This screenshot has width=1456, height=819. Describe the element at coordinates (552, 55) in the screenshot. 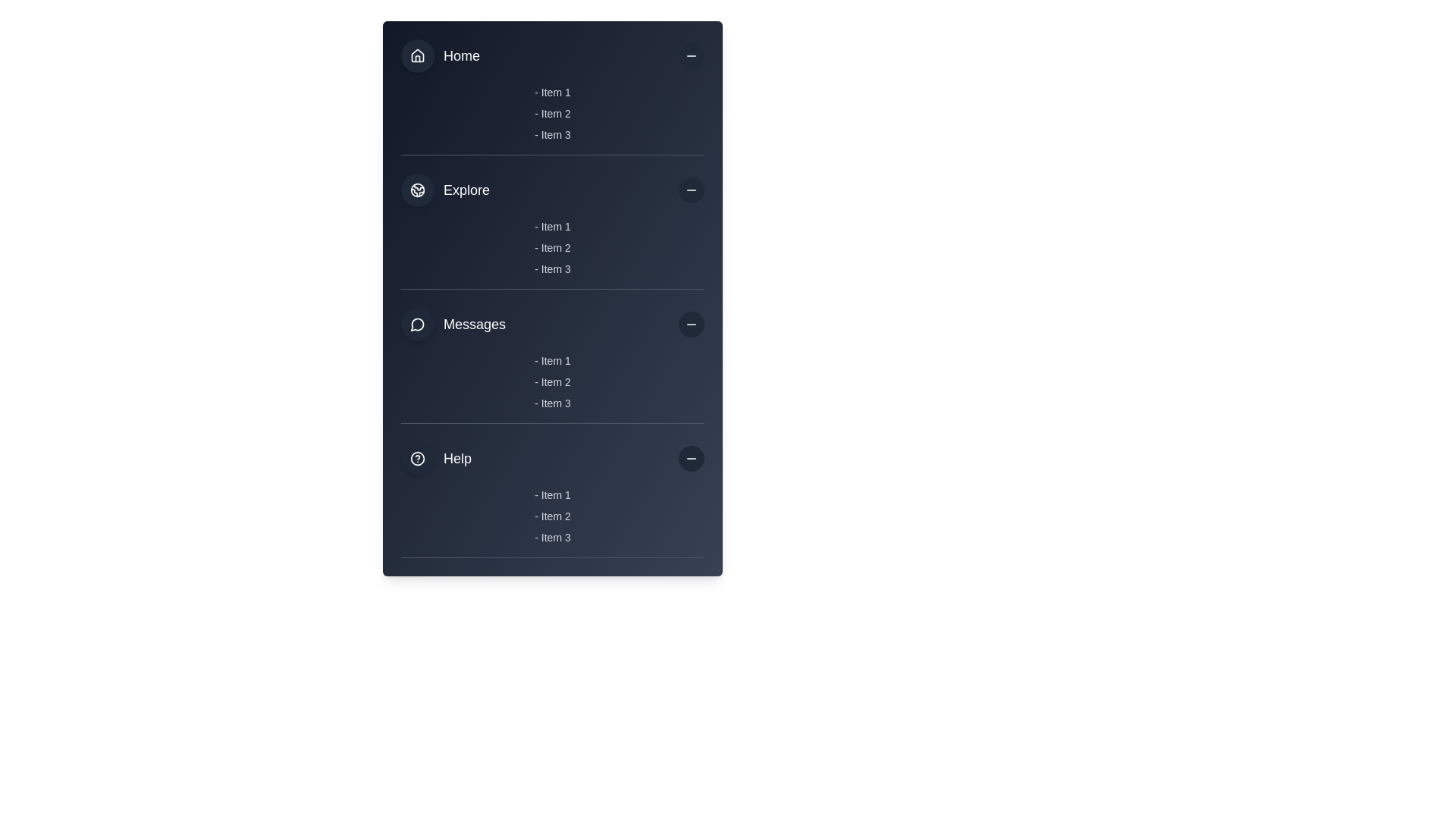

I see `to select the 'Home' menu item located at the top of the vertical menu list in the application` at that location.